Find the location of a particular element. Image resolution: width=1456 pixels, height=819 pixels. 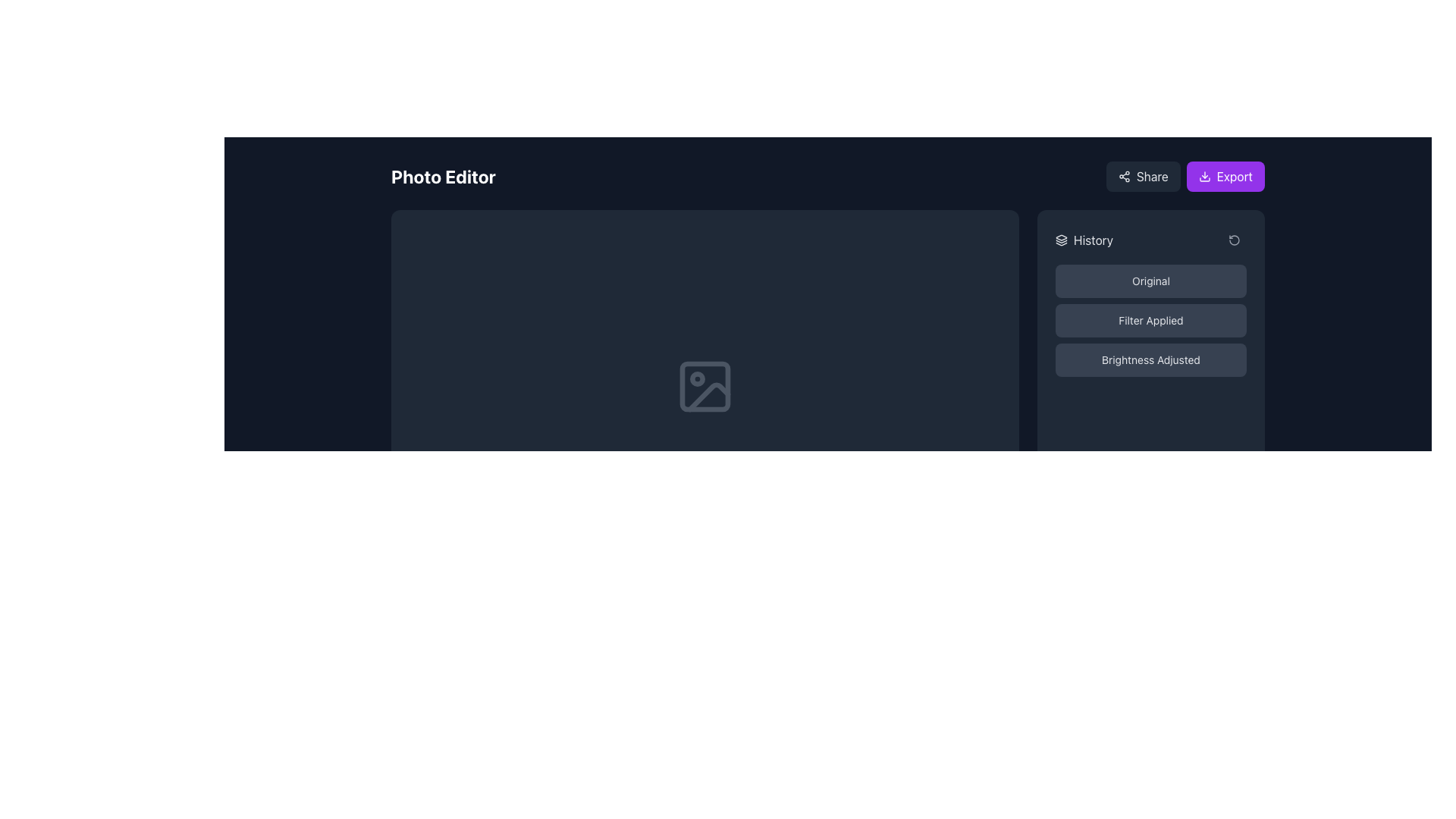

the rotate counter-clockwise icon located in the History section of the interface, positioned towards the top-right, slightly to the right of its sibling element is located at coordinates (1234, 239).